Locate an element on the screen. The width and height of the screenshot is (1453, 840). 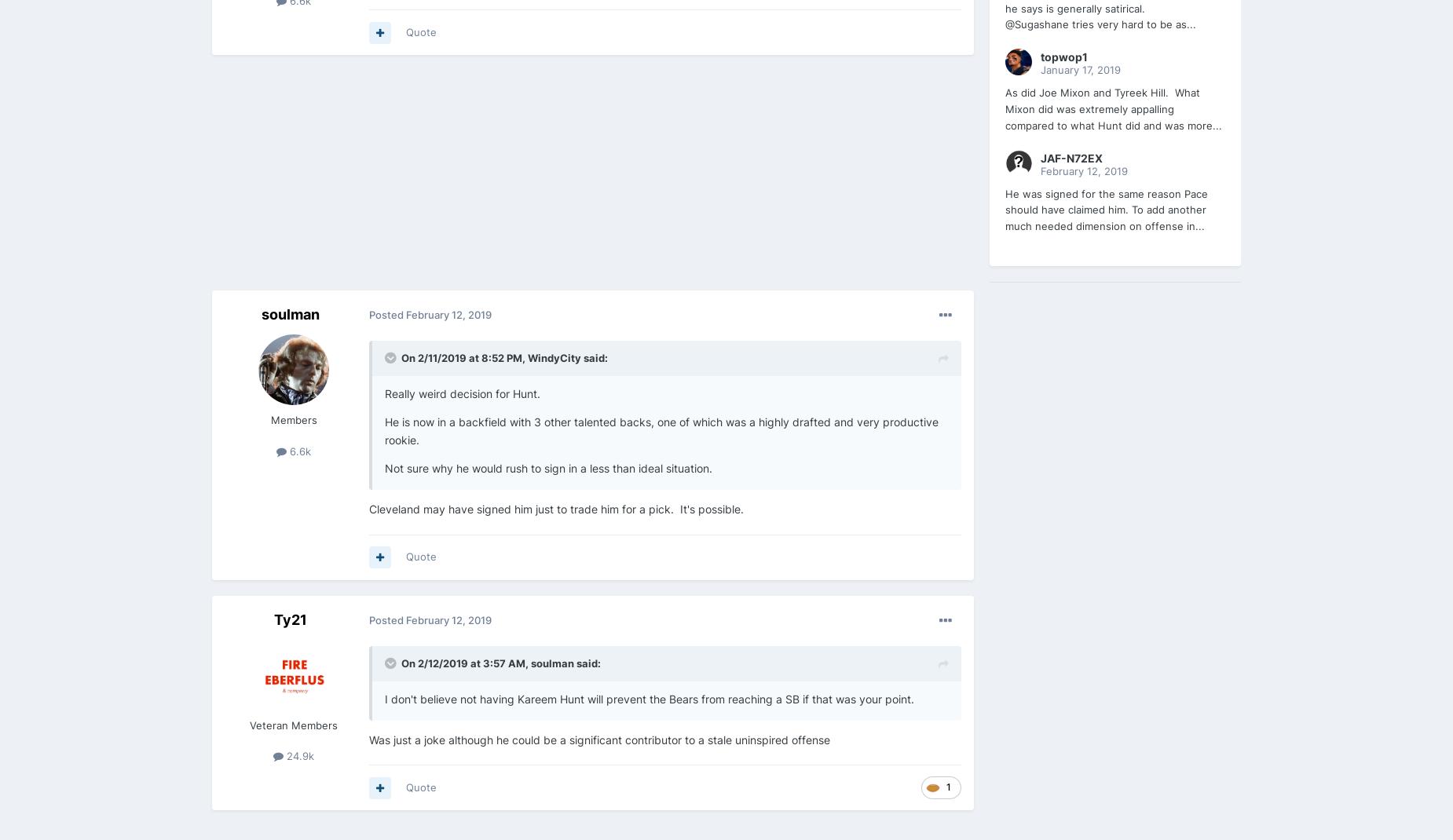
'Members' is located at coordinates (292, 420).